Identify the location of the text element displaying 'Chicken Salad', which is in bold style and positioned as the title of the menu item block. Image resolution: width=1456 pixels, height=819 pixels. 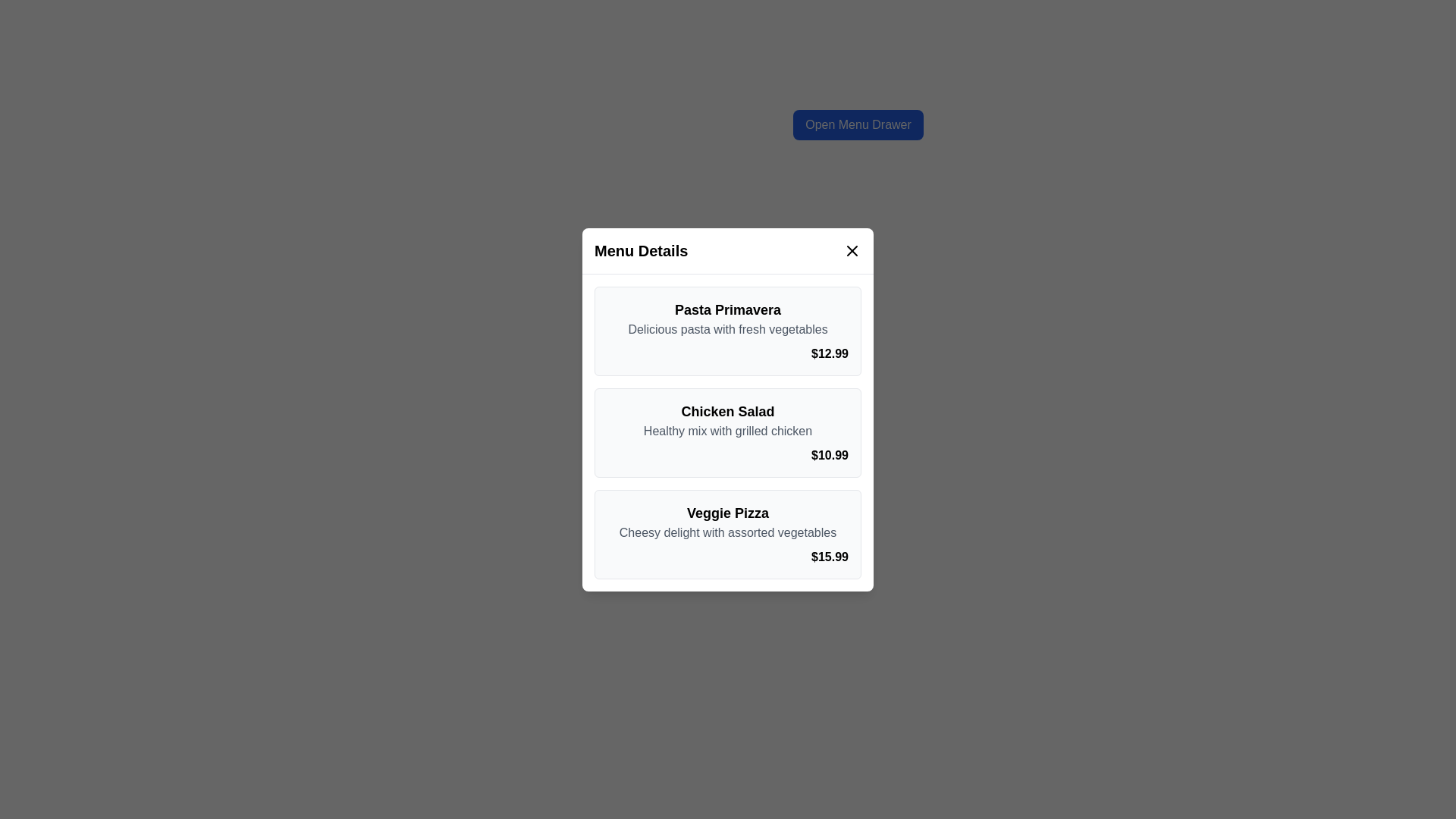
(728, 411).